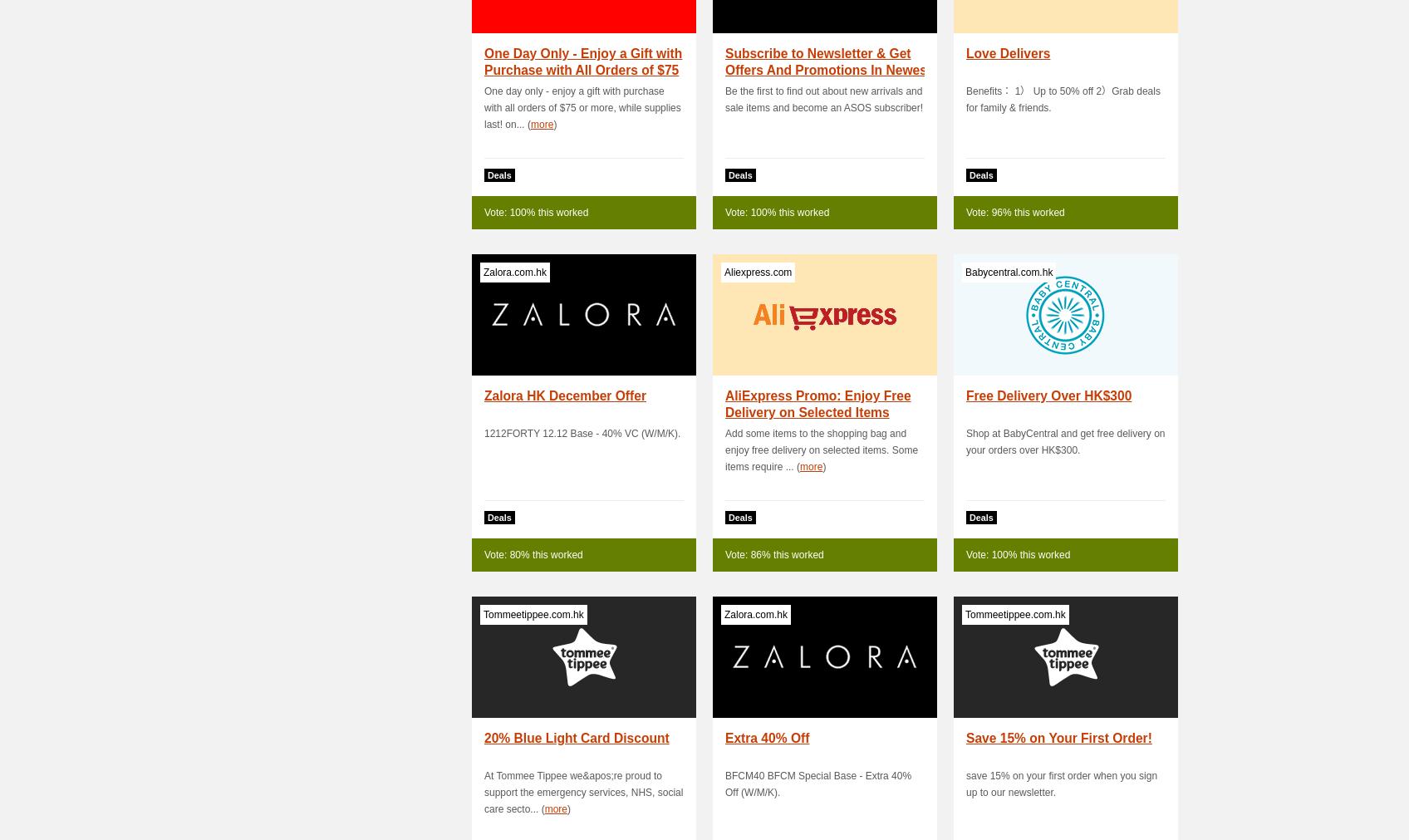 This screenshot has width=1409, height=840. I want to click on 'Benefits： 1） Up to 50% off 2）Grab deals for family & friends.', so click(1063, 99).